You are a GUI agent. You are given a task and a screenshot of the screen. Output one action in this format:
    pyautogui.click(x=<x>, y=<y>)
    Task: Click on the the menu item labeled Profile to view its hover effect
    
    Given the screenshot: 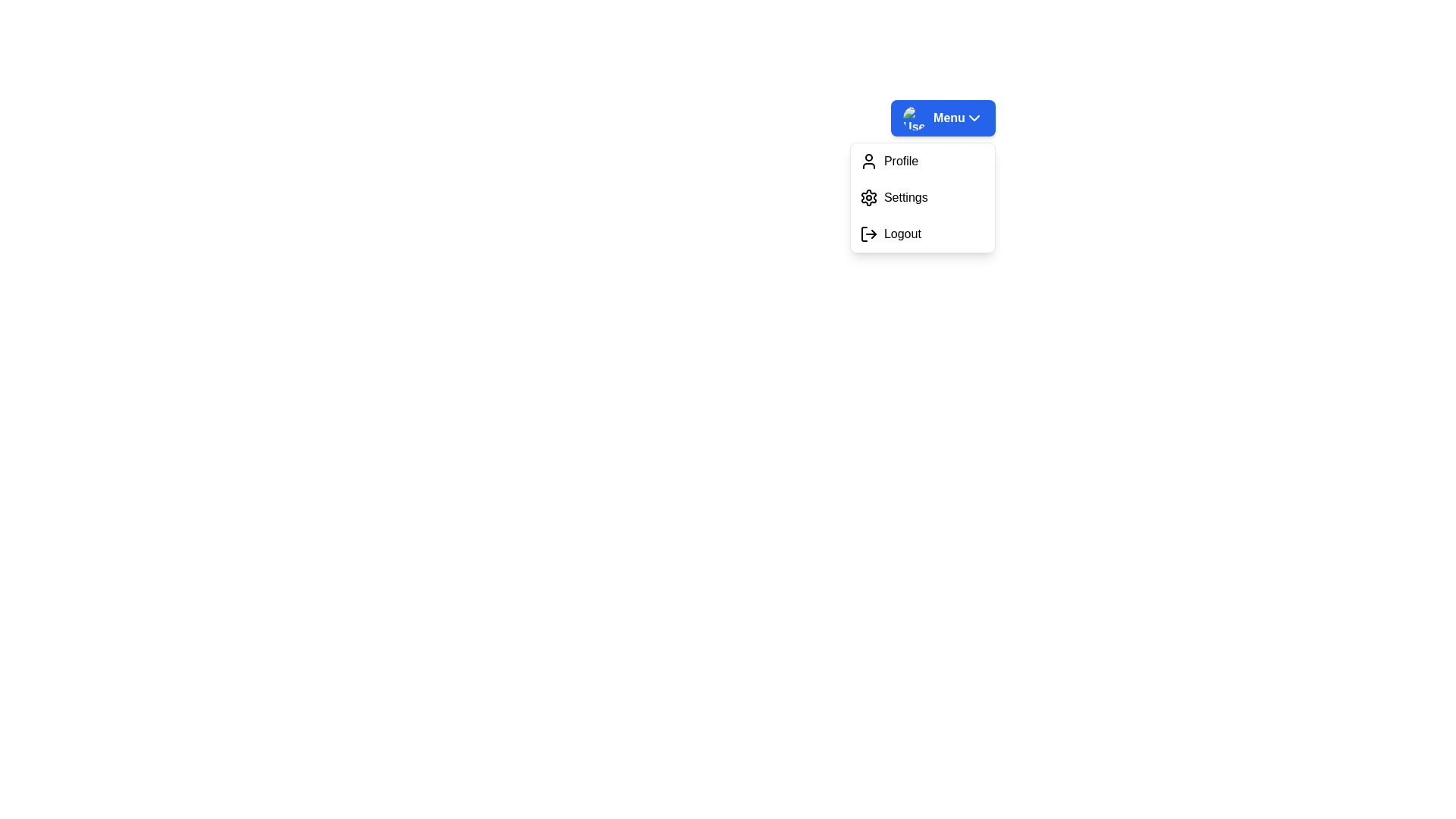 What is the action you would take?
    pyautogui.click(x=921, y=161)
    